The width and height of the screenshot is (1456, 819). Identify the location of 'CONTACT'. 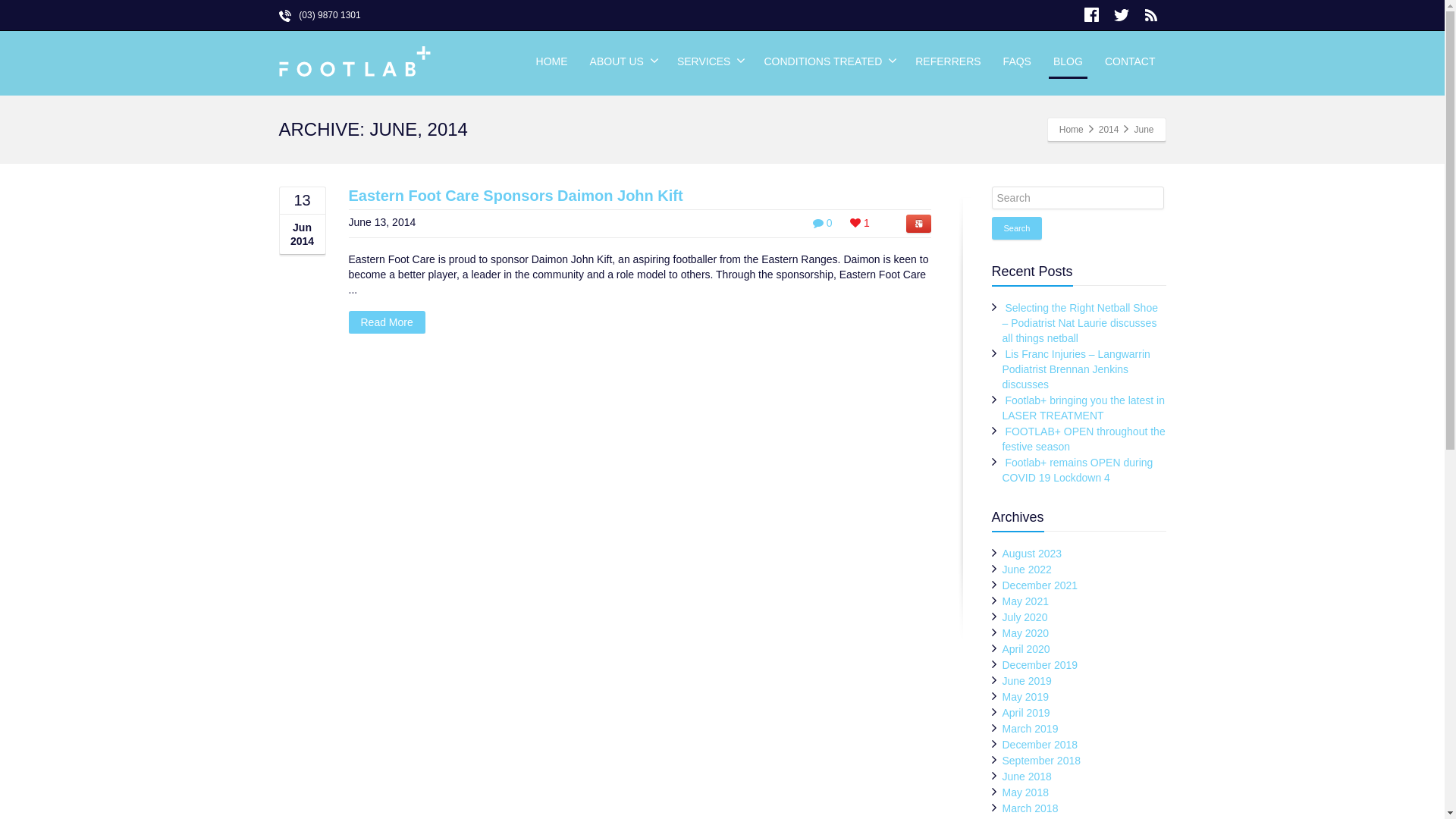
(1130, 61).